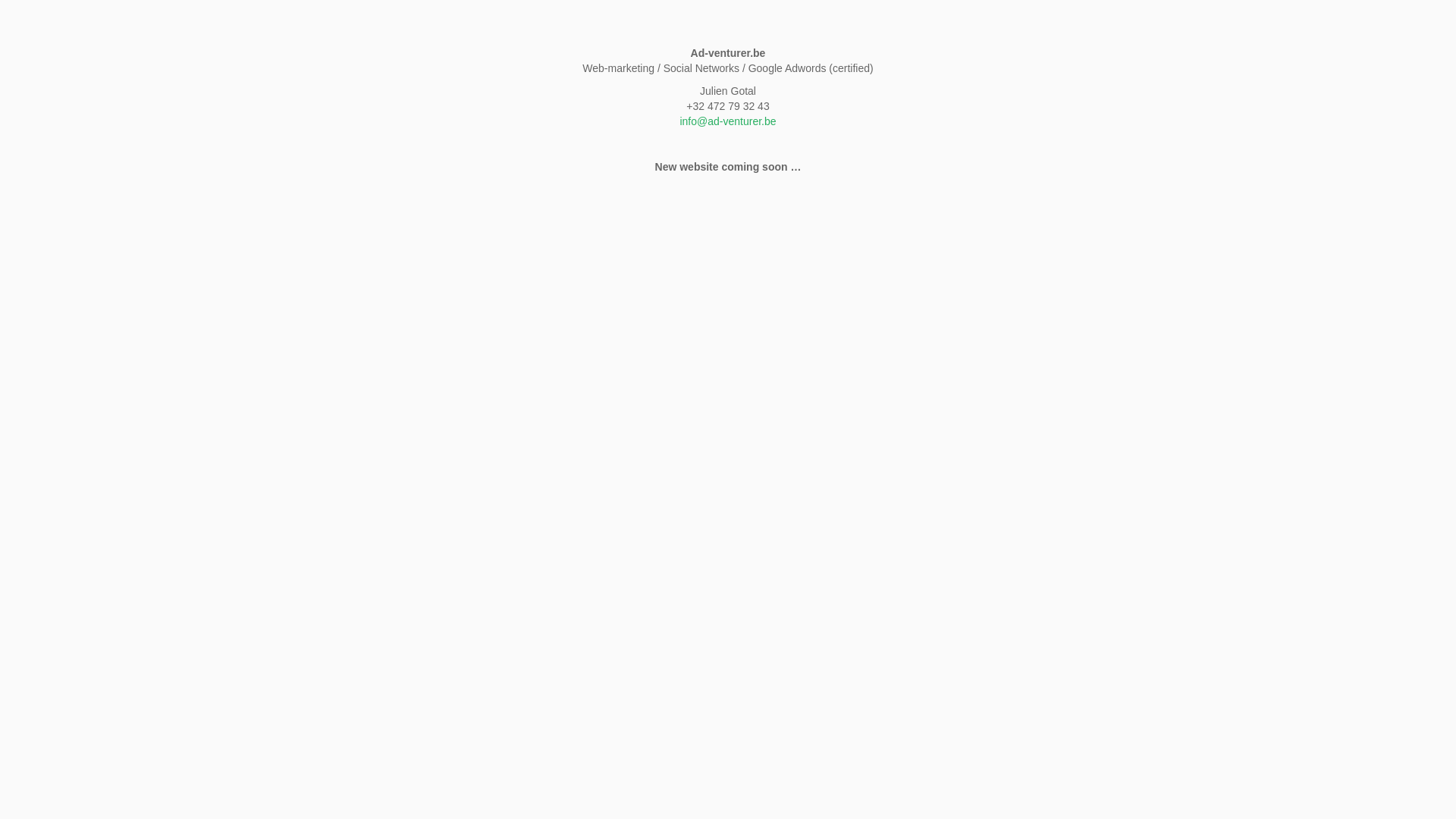  I want to click on 'info@ad-venturer.be', so click(679, 120).